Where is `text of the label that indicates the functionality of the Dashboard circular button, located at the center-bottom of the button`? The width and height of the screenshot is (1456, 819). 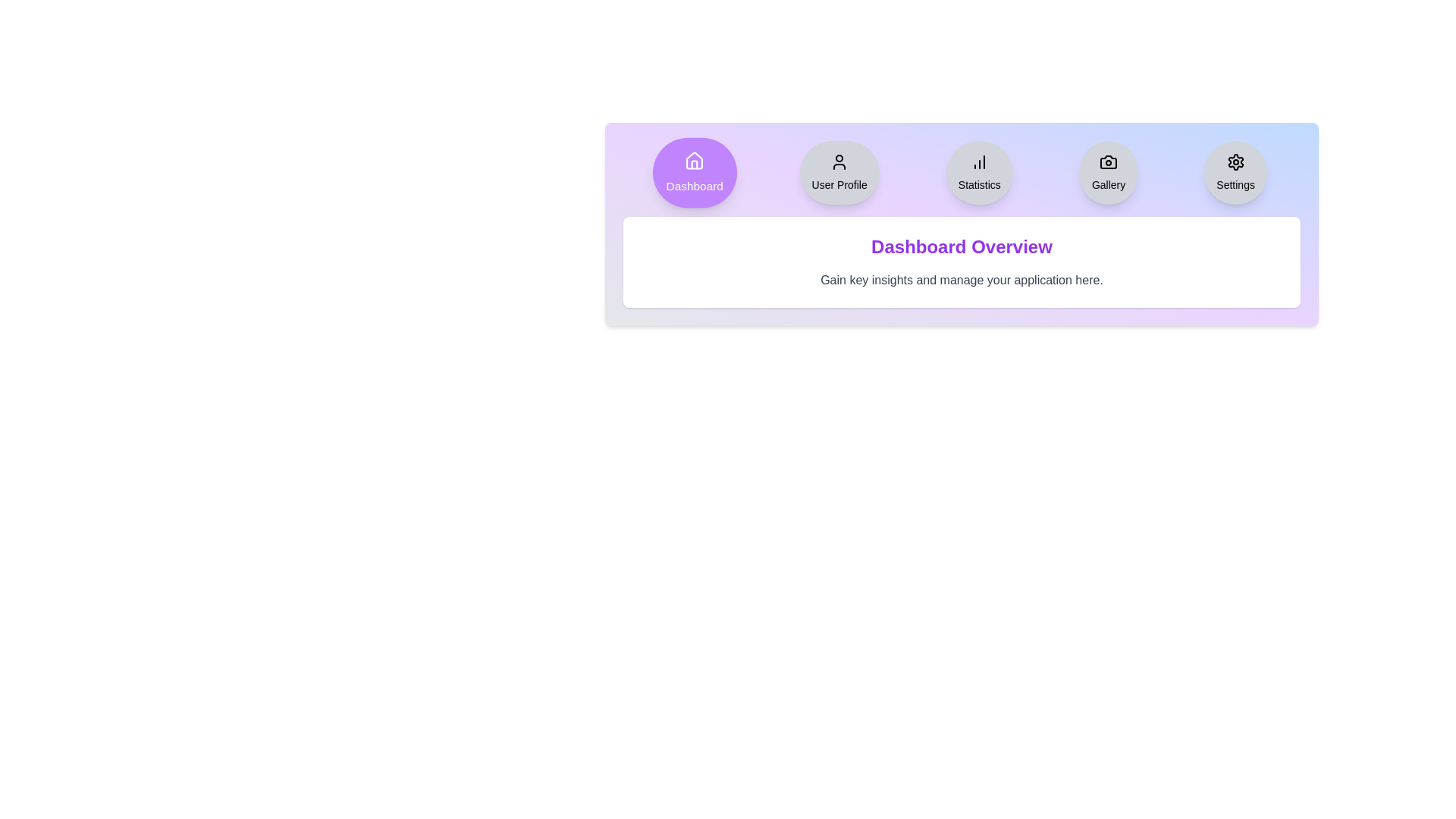
text of the label that indicates the functionality of the Dashboard circular button, located at the center-bottom of the button is located at coordinates (694, 185).